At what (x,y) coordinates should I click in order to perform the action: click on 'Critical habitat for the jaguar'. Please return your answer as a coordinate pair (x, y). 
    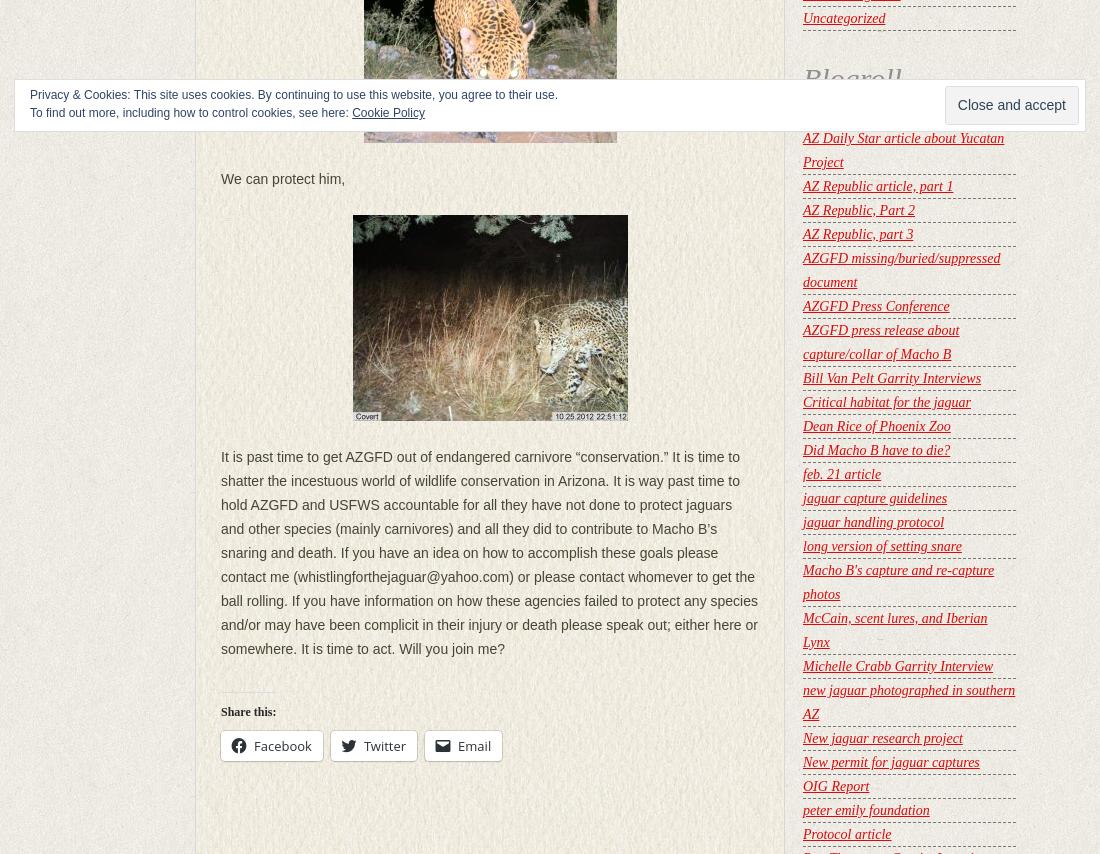
    Looking at the image, I should click on (886, 402).